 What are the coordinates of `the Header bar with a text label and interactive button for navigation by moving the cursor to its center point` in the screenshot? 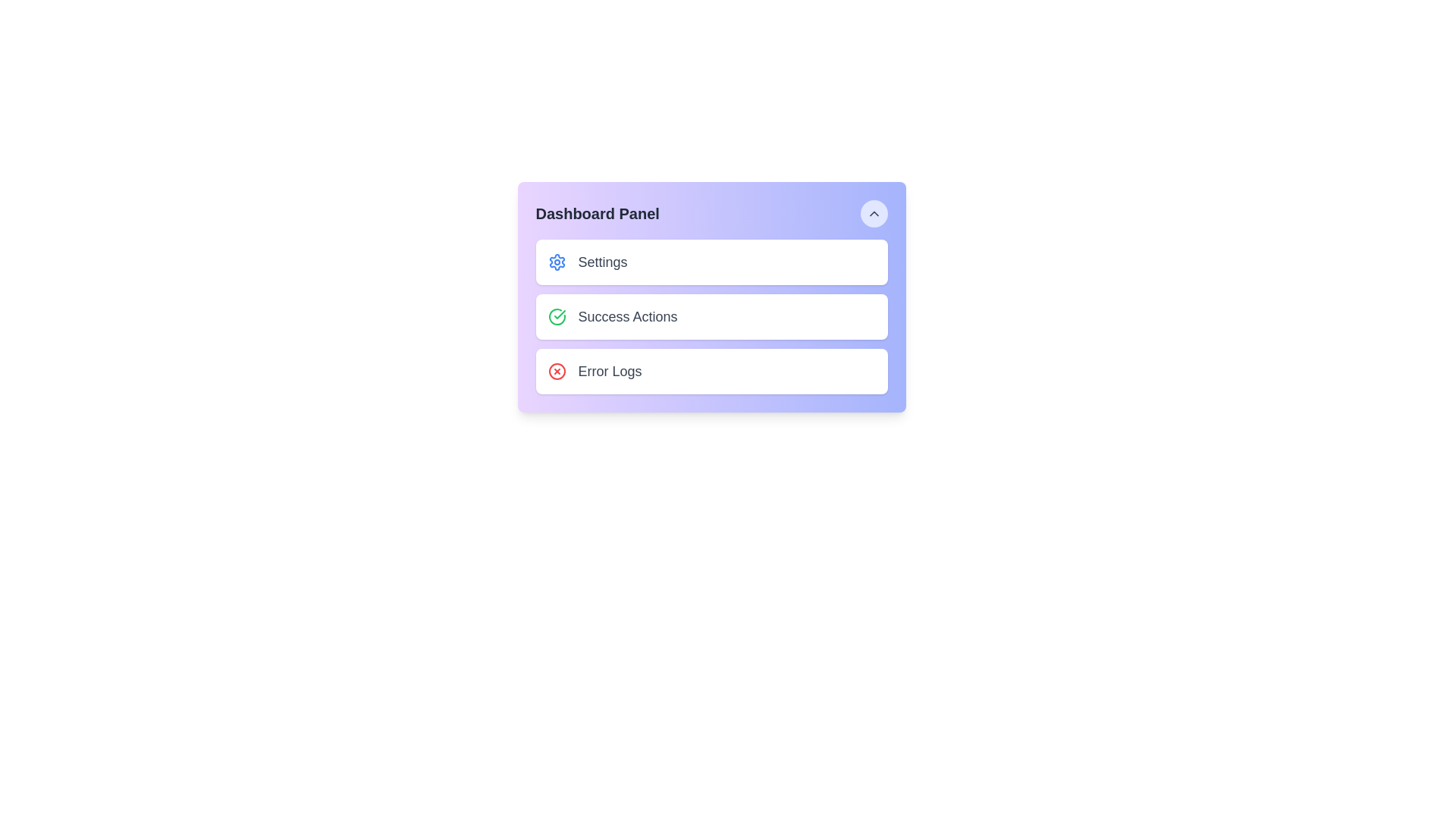 It's located at (711, 213).